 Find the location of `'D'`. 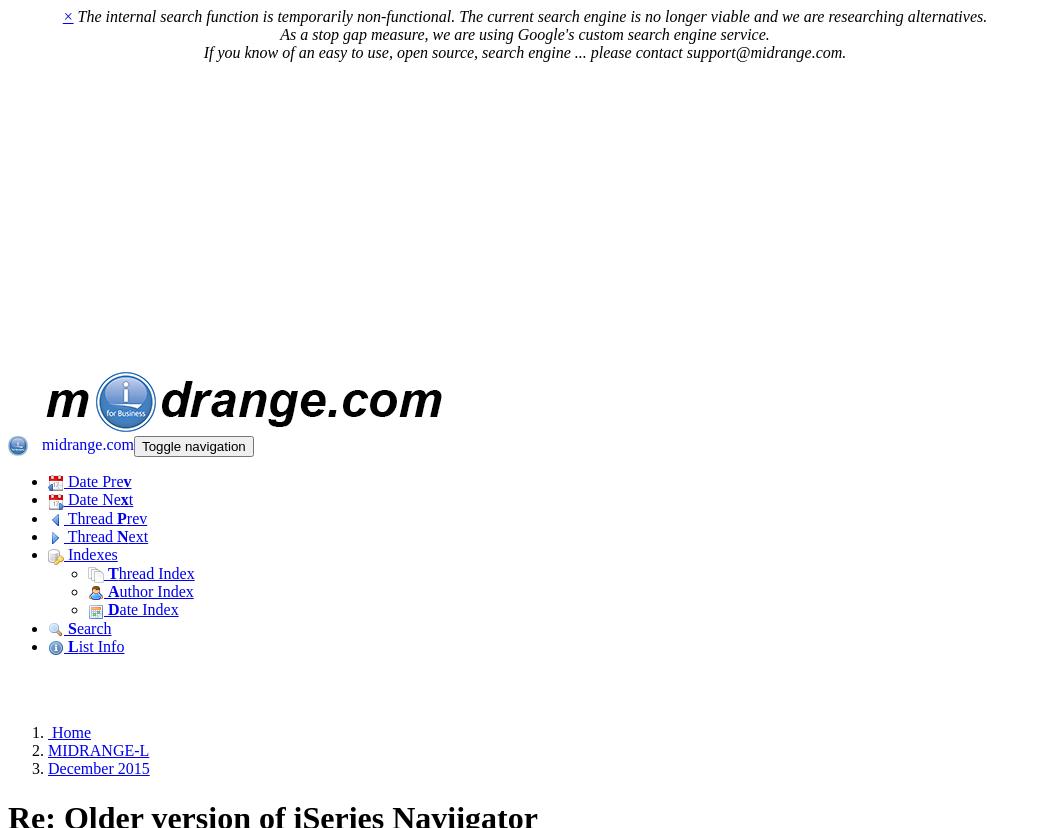

'D' is located at coordinates (112, 608).